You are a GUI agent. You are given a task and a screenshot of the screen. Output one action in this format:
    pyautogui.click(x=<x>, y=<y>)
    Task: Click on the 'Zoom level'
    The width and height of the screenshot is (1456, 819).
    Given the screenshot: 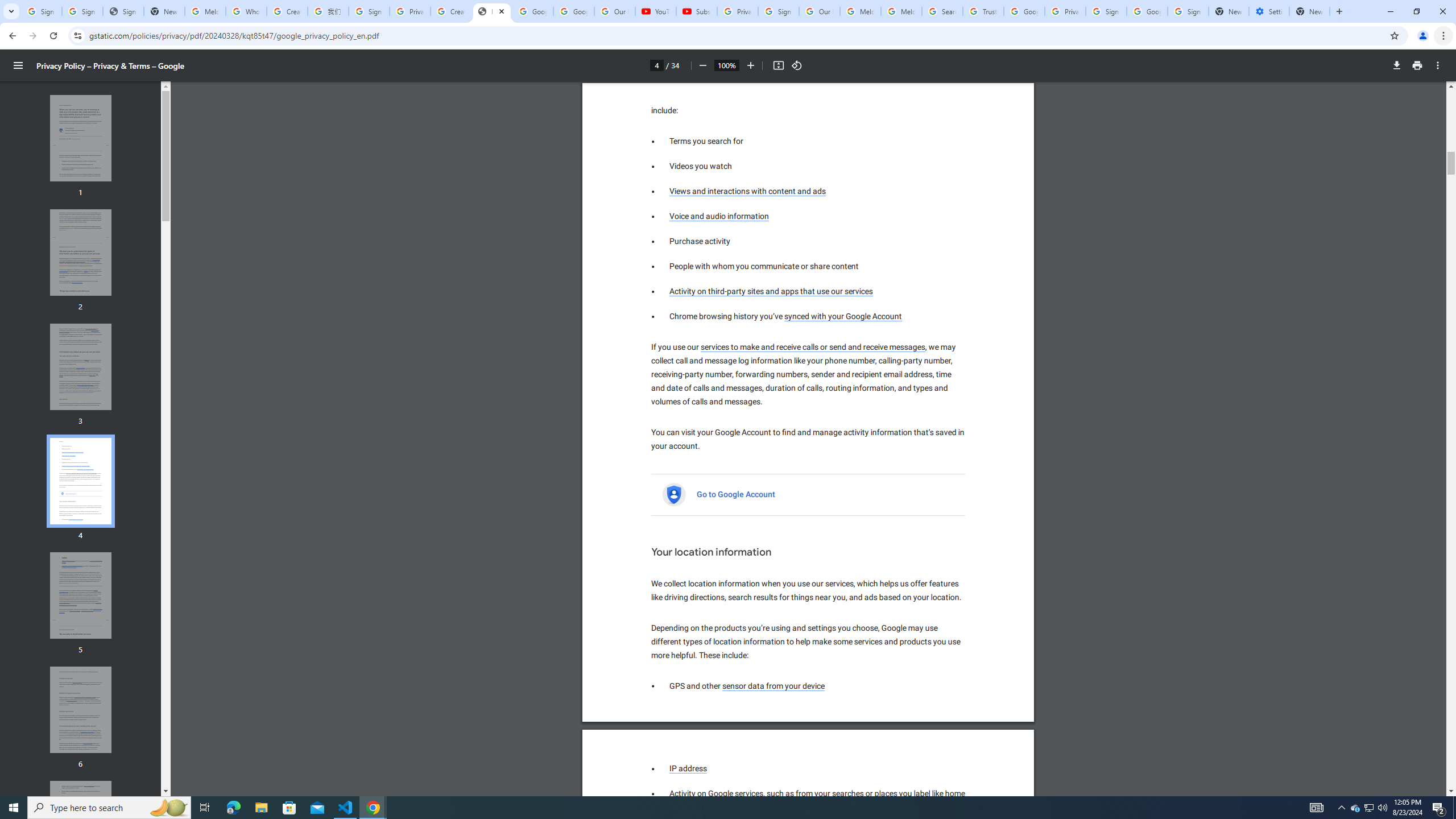 What is the action you would take?
    pyautogui.click(x=726, y=65)
    